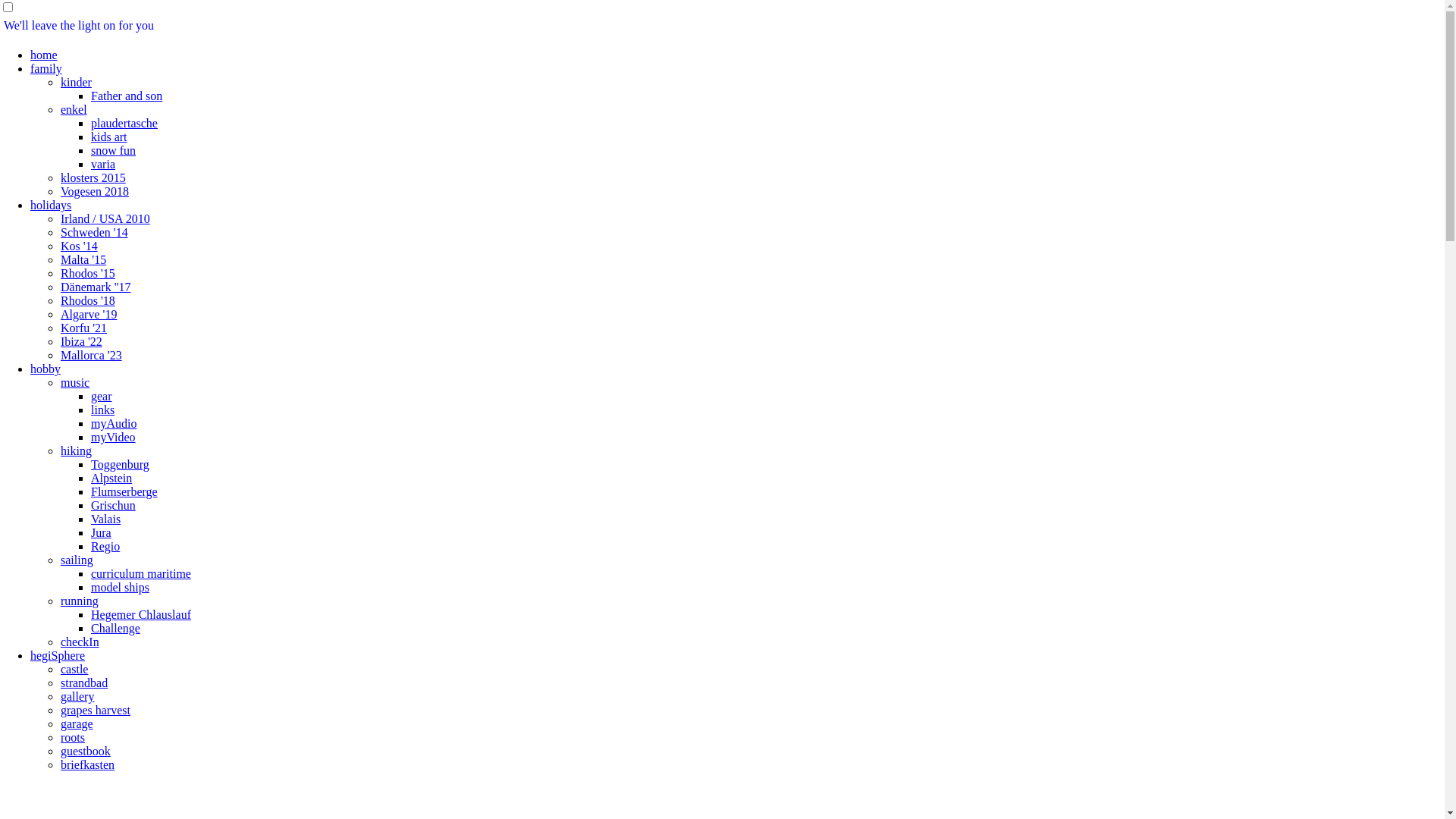 The width and height of the screenshot is (1456, 819). Describe the element at coordinates (90, 423) in the screenshot. I see `'myAudio'` at that location.